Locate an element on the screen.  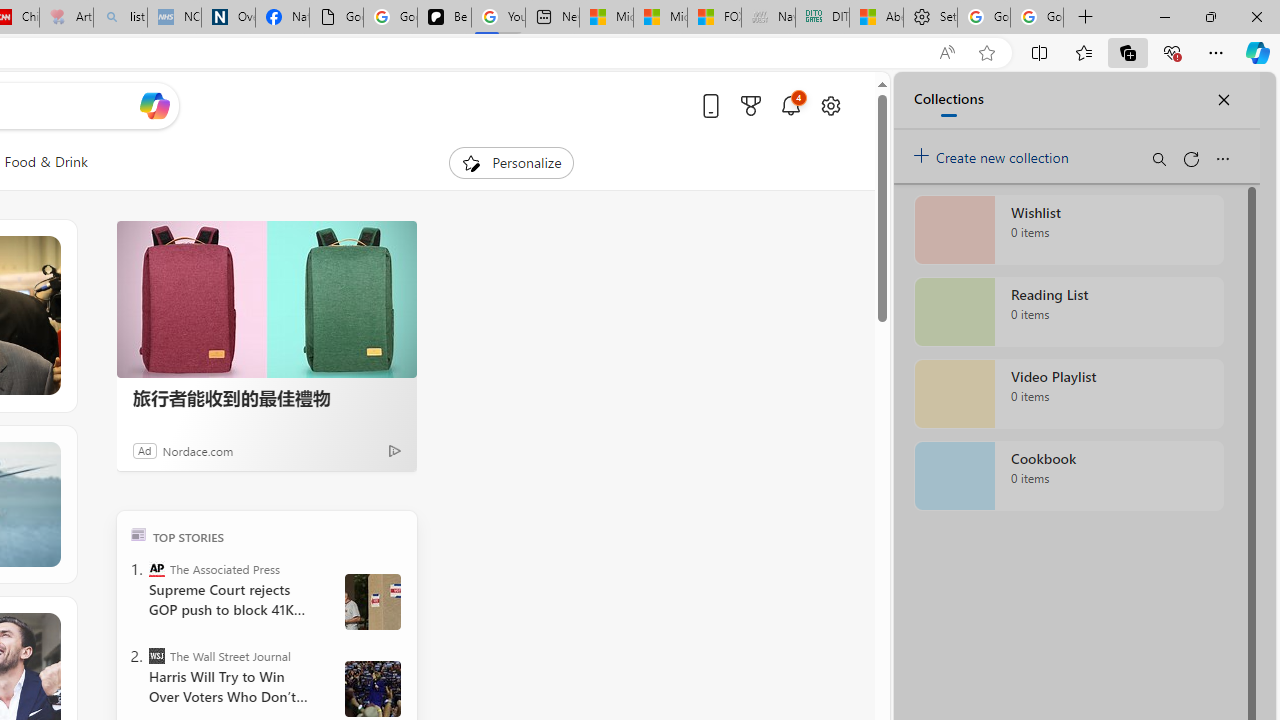
'Microsoft rewards' is located at coordinates (749, 105).